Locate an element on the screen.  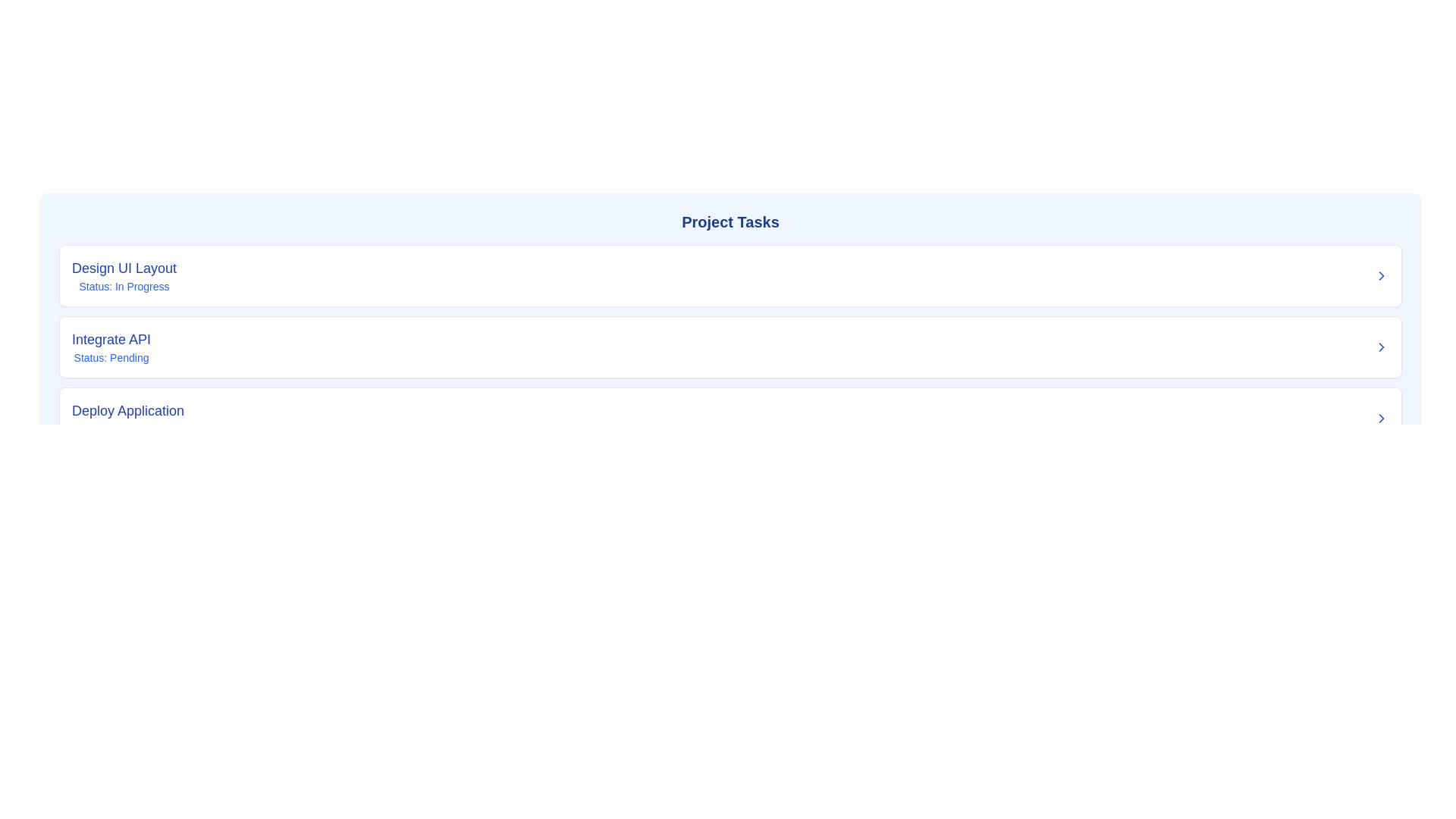
text displayed in the Text display block that shows 'Design UI Layout' and 'Status: In Progress.' is located at coordinates (124, 275).